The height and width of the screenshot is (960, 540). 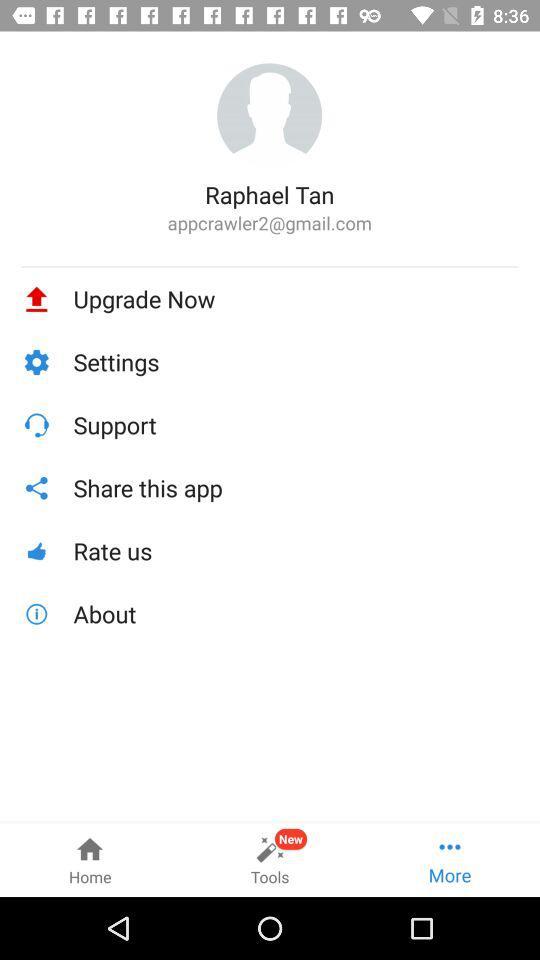 I want to click on the raphael tan icon, so click(x=269, y=194).